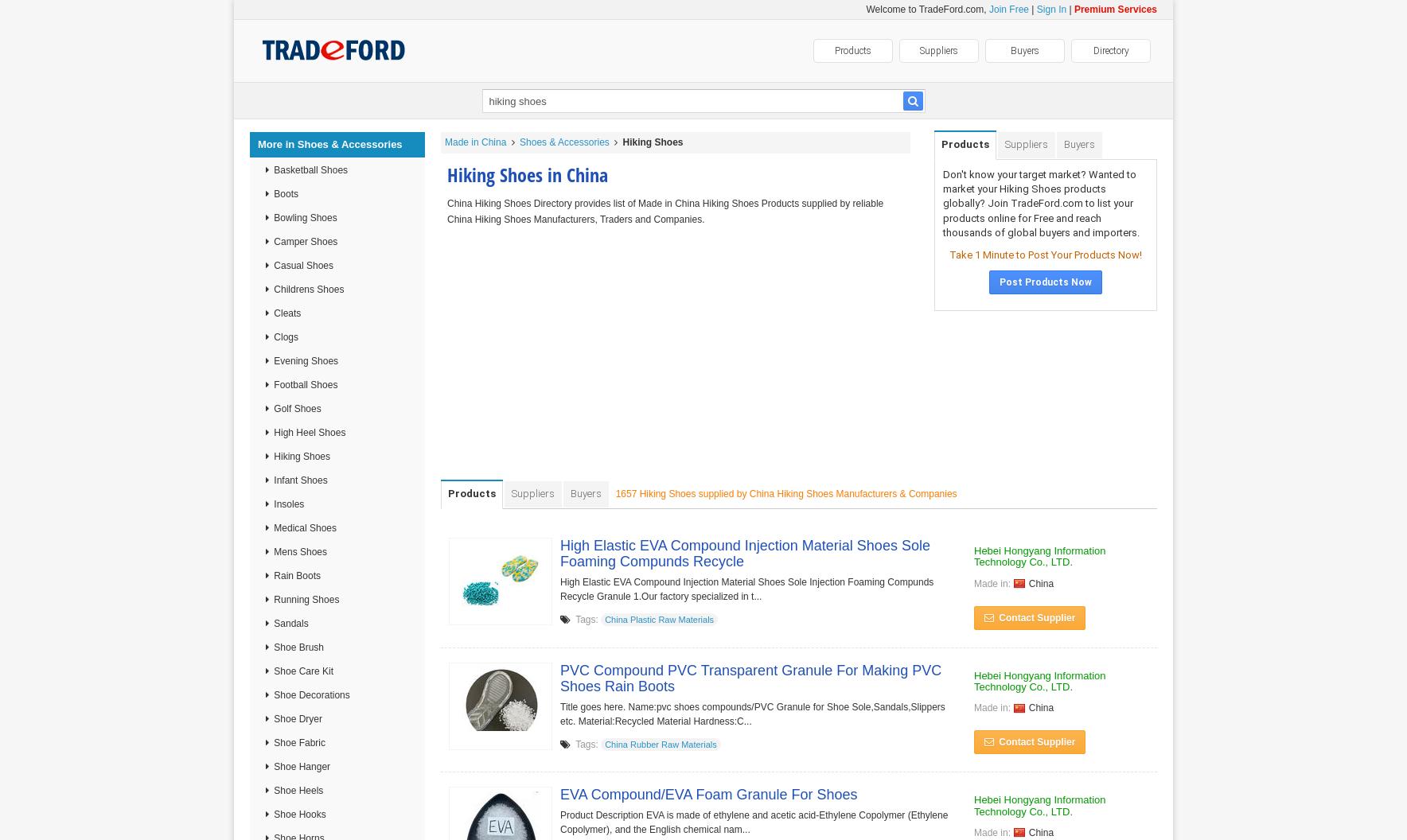 This screenshot has width=1407, height=840. Describe the element at coordinates (743, 554) in the screenshot. I see `'High Elastic EVA Compound Injection Material Shoes Sole Foaming Compunds Recycle'` at that location.